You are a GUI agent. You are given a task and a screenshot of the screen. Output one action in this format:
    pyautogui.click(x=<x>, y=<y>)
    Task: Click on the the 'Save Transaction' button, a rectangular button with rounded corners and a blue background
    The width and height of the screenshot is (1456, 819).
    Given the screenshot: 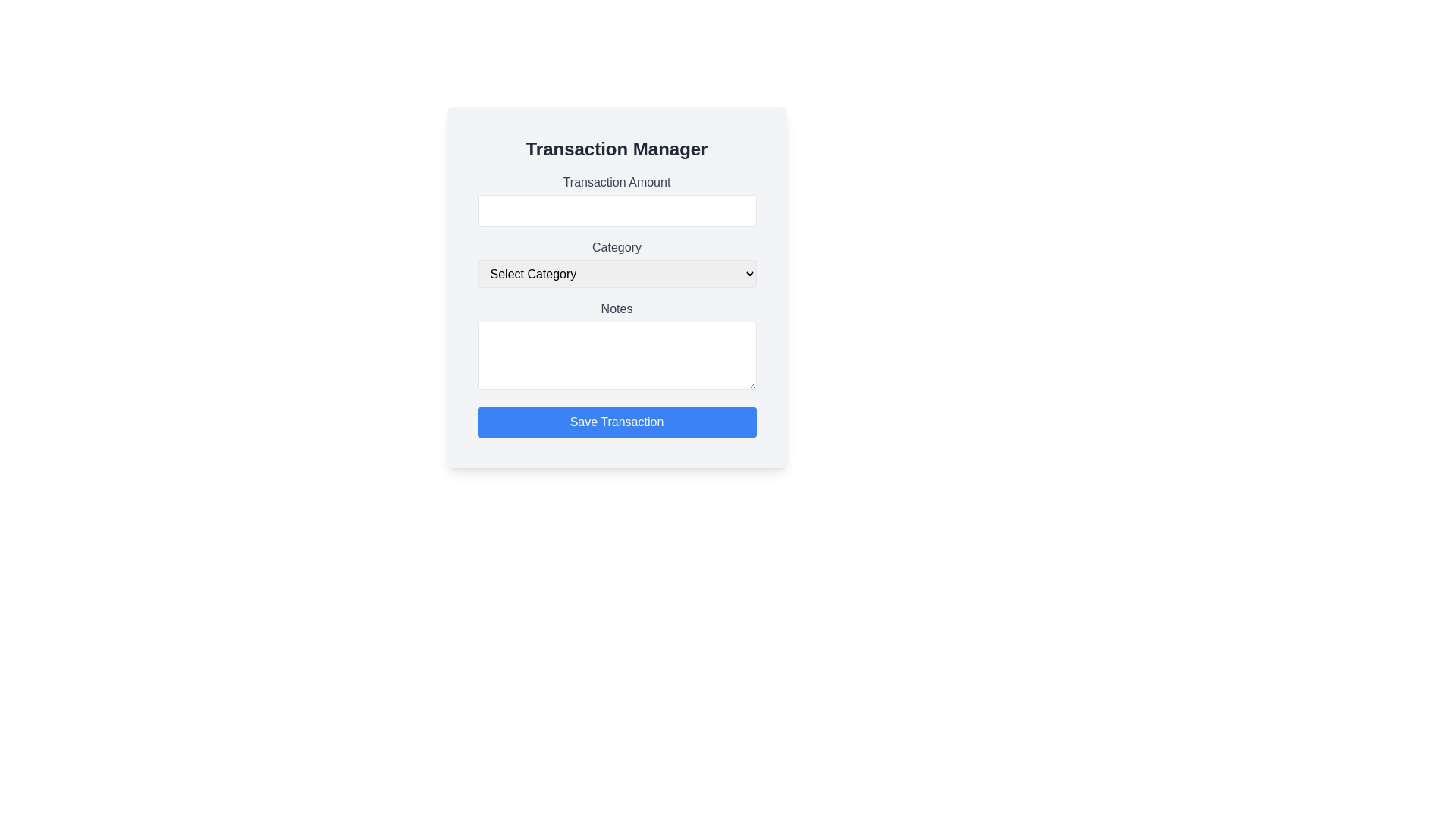 What is the action you would take?
    pyautogui.click(x=617, y=422)
    